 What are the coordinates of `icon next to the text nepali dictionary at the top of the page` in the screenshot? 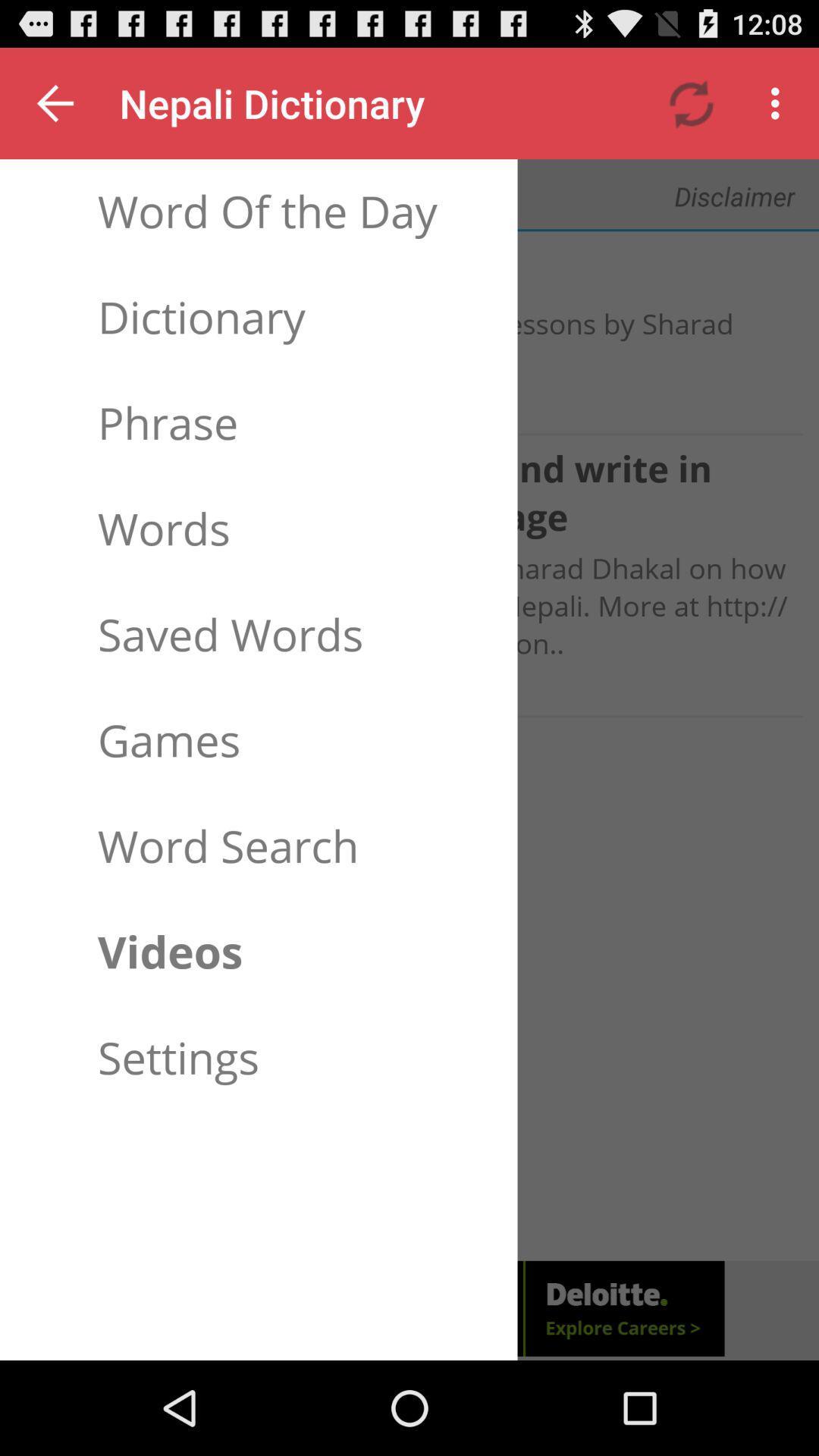 It's located at (691, 103).